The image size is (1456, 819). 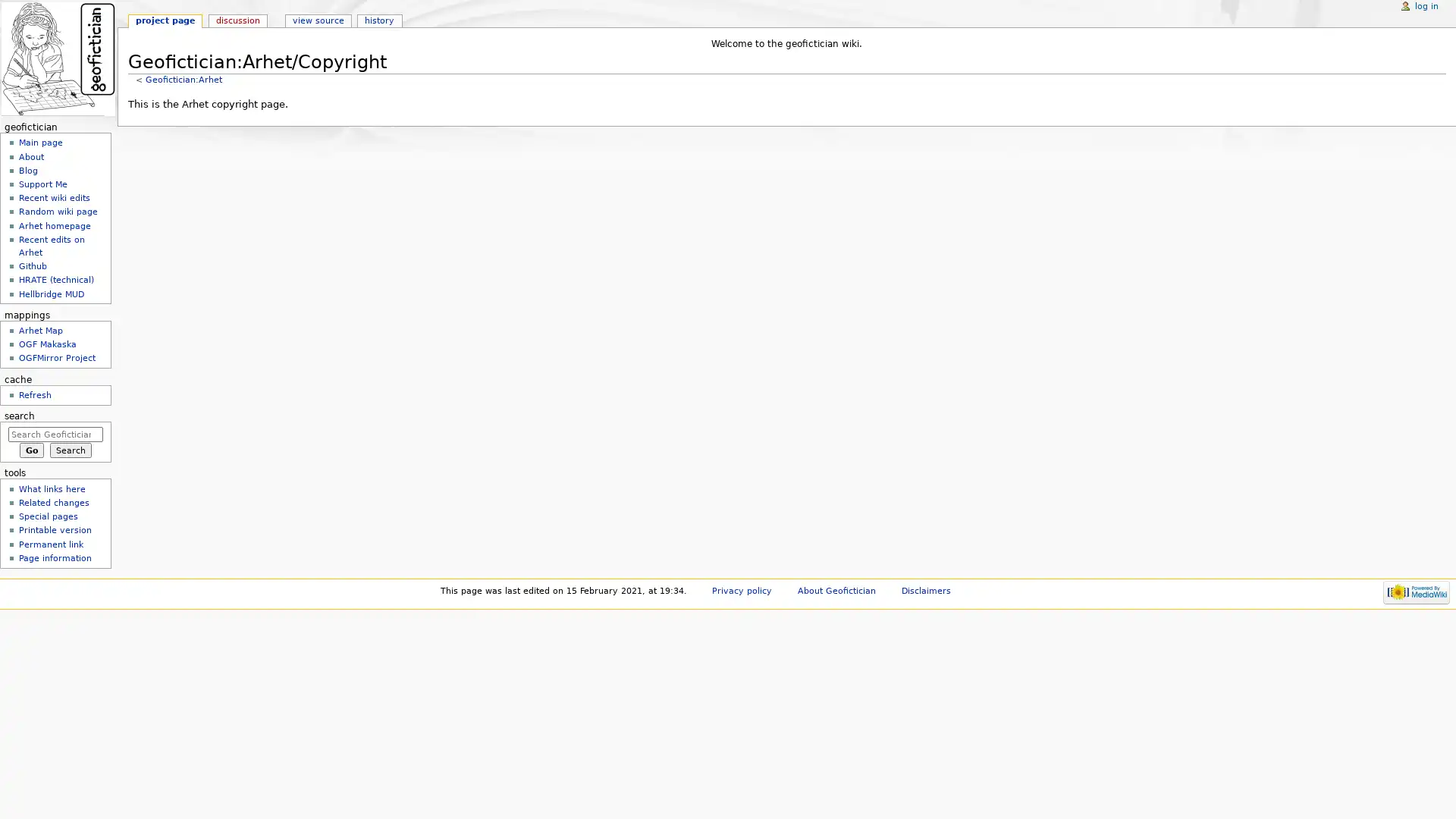 I want to click on Go, so click(x=31, y=450).